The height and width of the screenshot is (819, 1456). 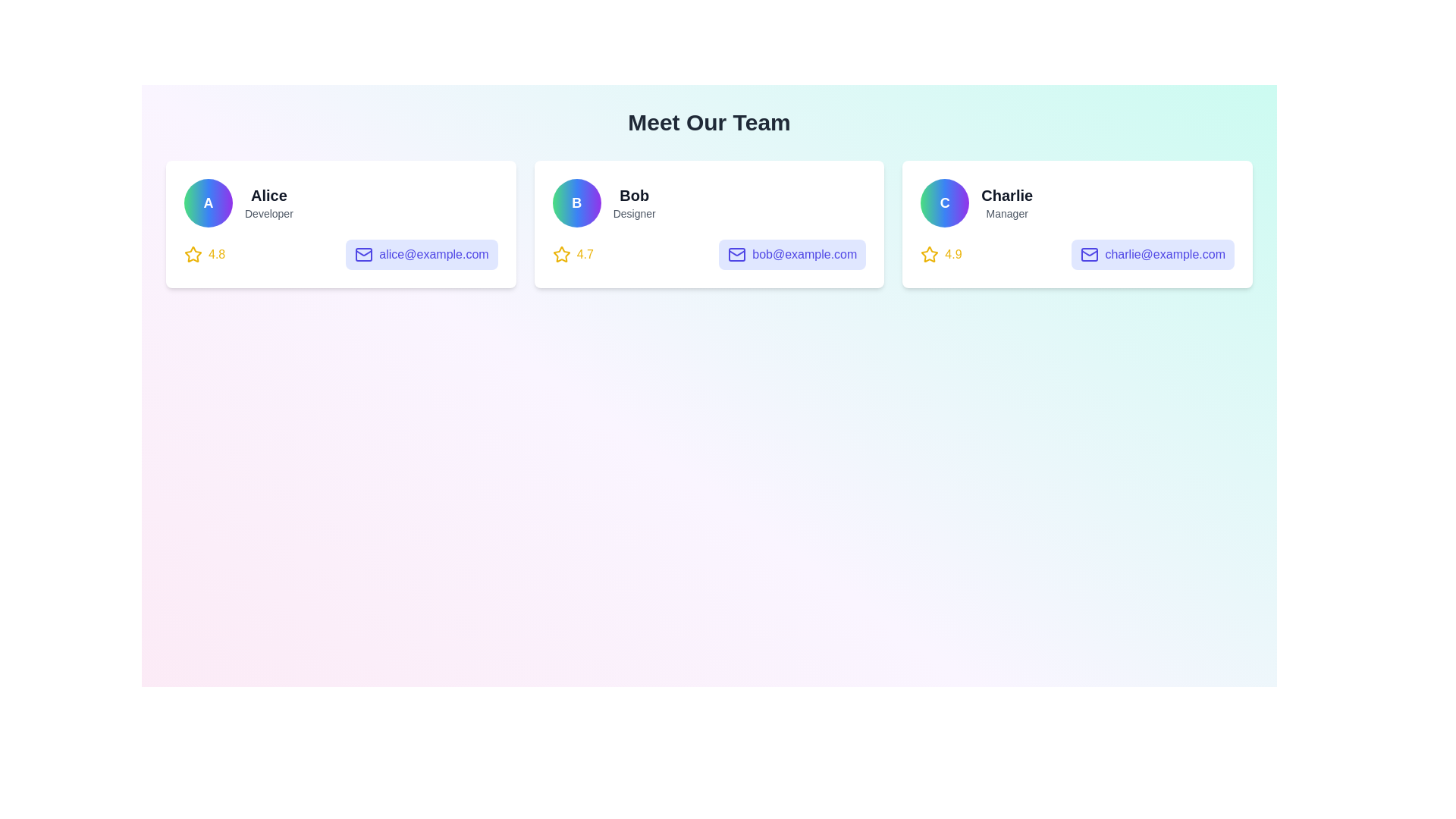 What do you see at coordinates (1007, 195) in the screenshot?
I see `bold text label displaying the name 'Charlie' located in the third card from the left in the 'Meet Our Team' section, above the text 'Manager' and adjacent to the circular profile representation with the letter 'C'` at bounding box center [1007, 195].